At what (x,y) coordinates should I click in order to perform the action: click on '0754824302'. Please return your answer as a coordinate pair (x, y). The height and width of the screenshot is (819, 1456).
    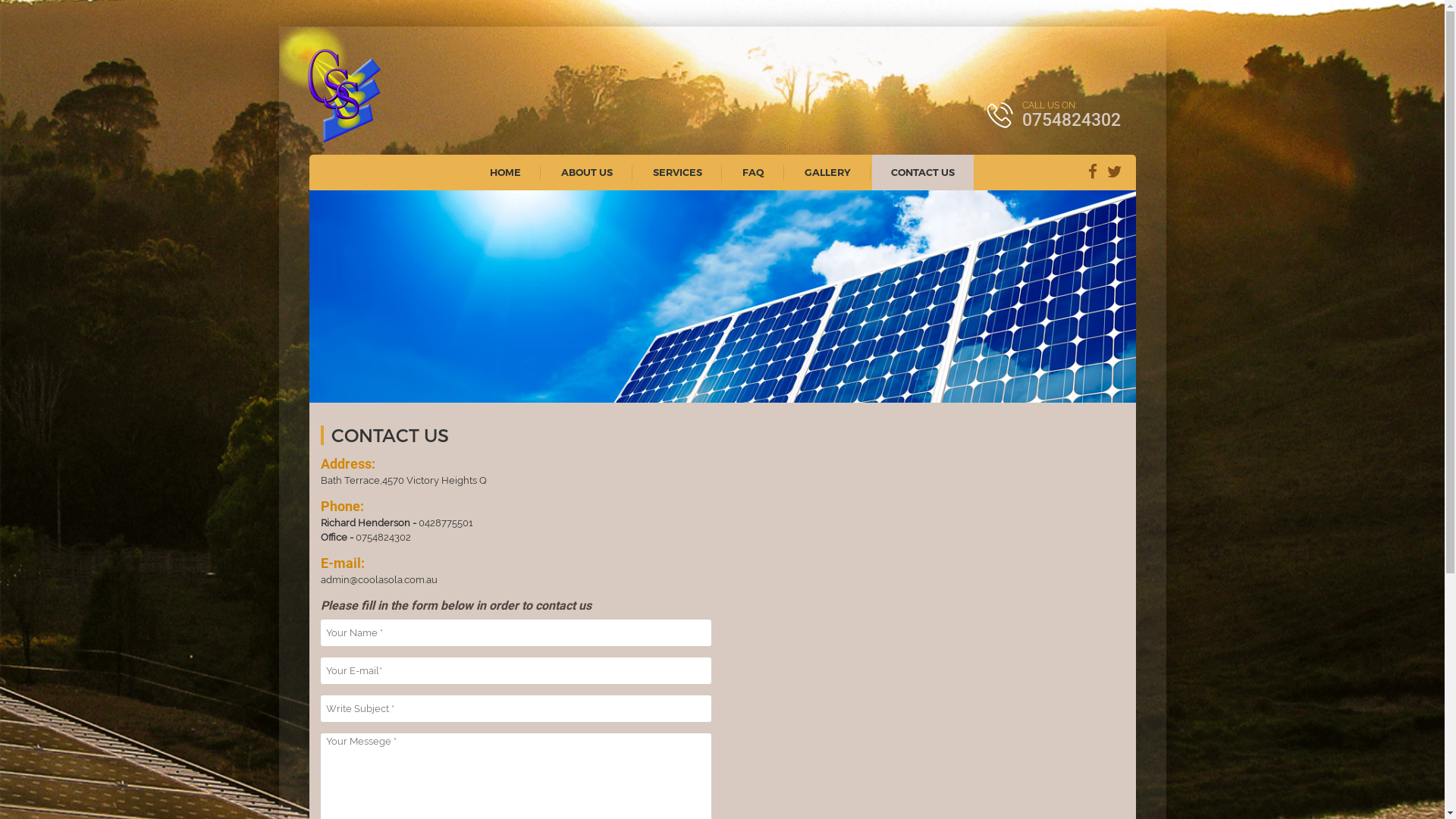
    Looking at the image, I should click on (1070, 119).